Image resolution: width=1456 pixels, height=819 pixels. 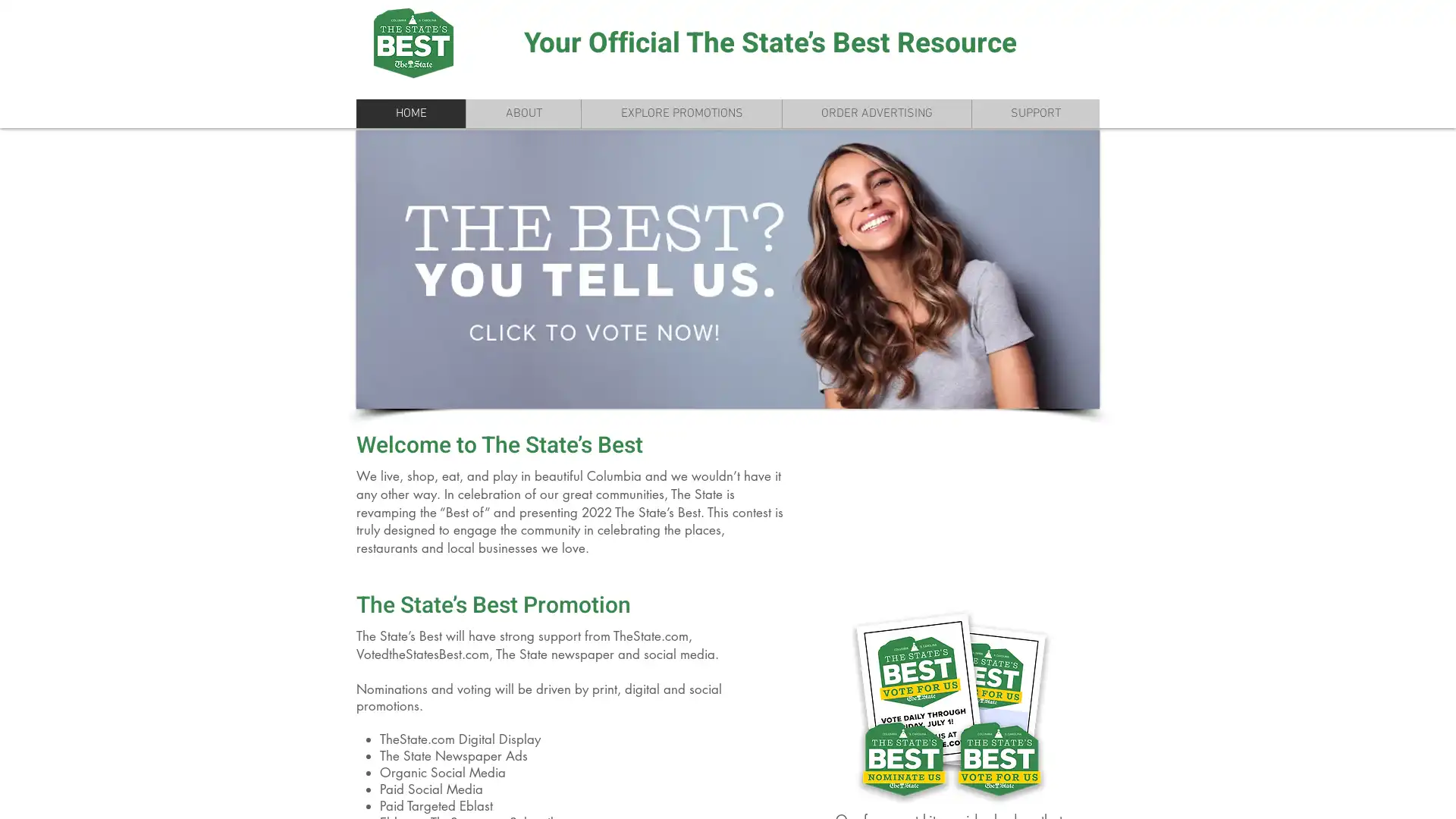 What do you see at coordinates (1305, 794) in the screenshot?
I see `Decline All` at bounding box center [1305, 794].